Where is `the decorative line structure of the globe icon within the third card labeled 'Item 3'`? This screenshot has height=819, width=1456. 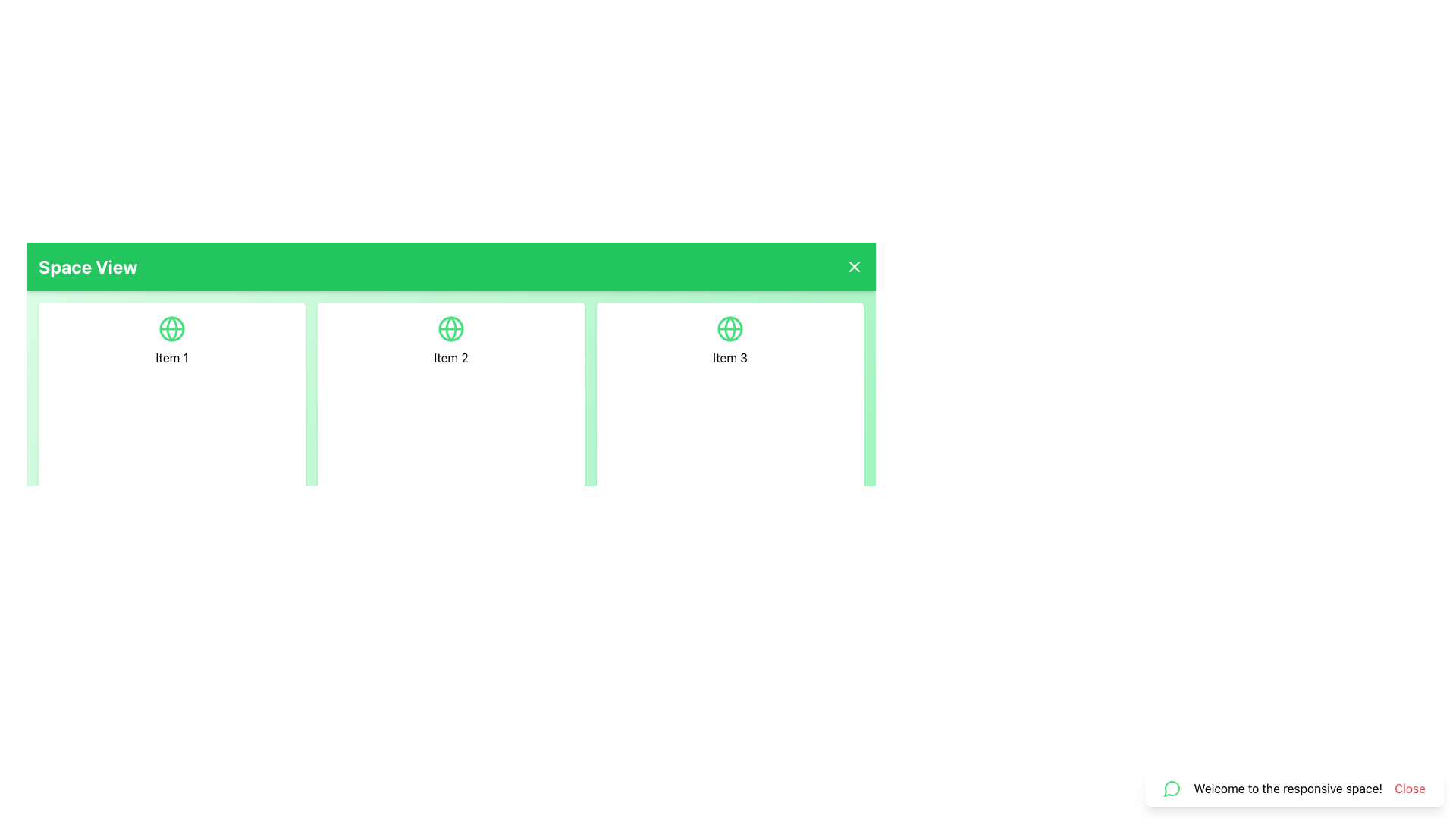
the decorative line structure of the globe icon within the third card labeled 'Item 3' is located at coordinates (730, 328).